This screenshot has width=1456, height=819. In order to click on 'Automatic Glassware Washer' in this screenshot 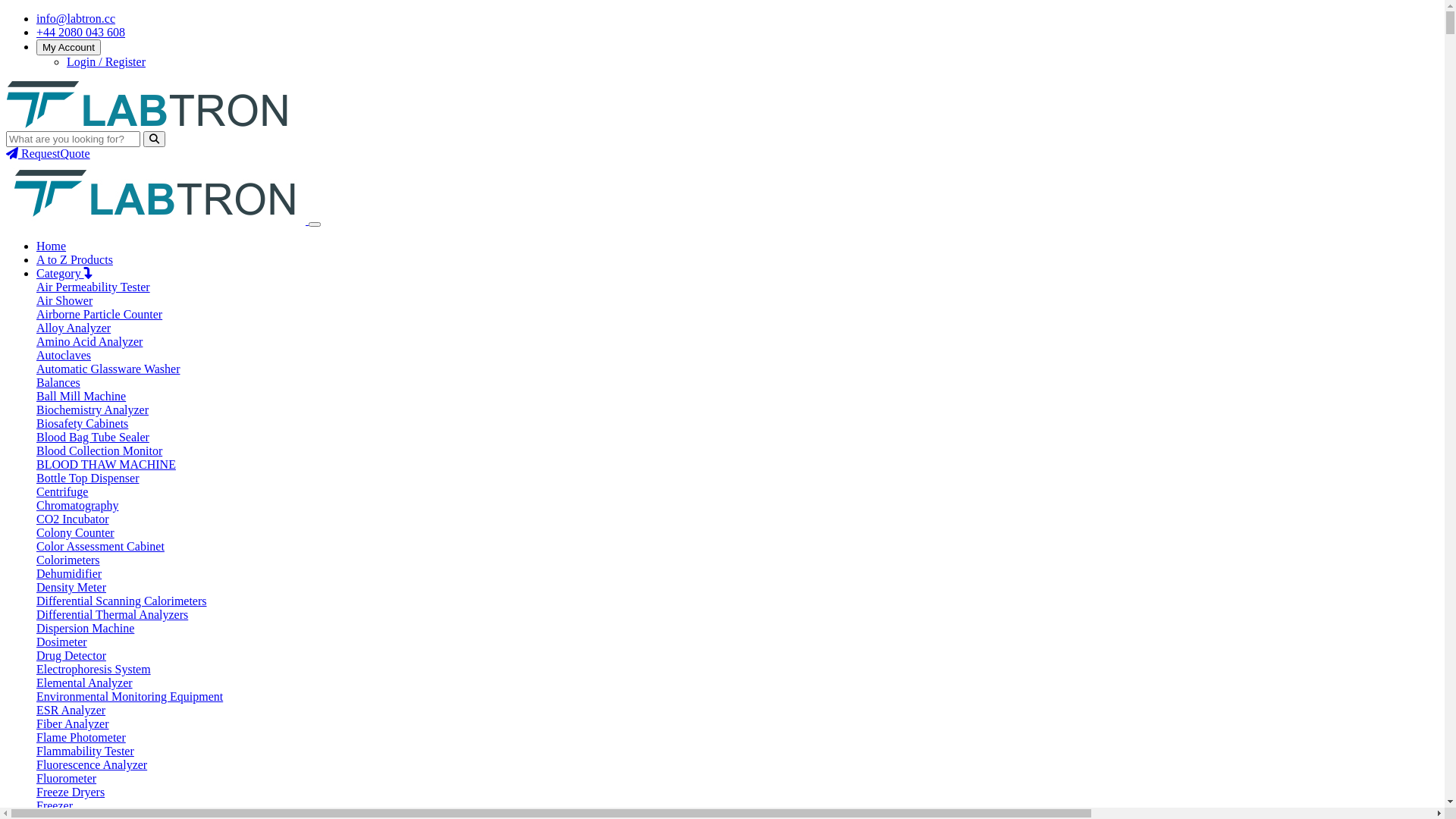, I will do `click(107, 369)`.